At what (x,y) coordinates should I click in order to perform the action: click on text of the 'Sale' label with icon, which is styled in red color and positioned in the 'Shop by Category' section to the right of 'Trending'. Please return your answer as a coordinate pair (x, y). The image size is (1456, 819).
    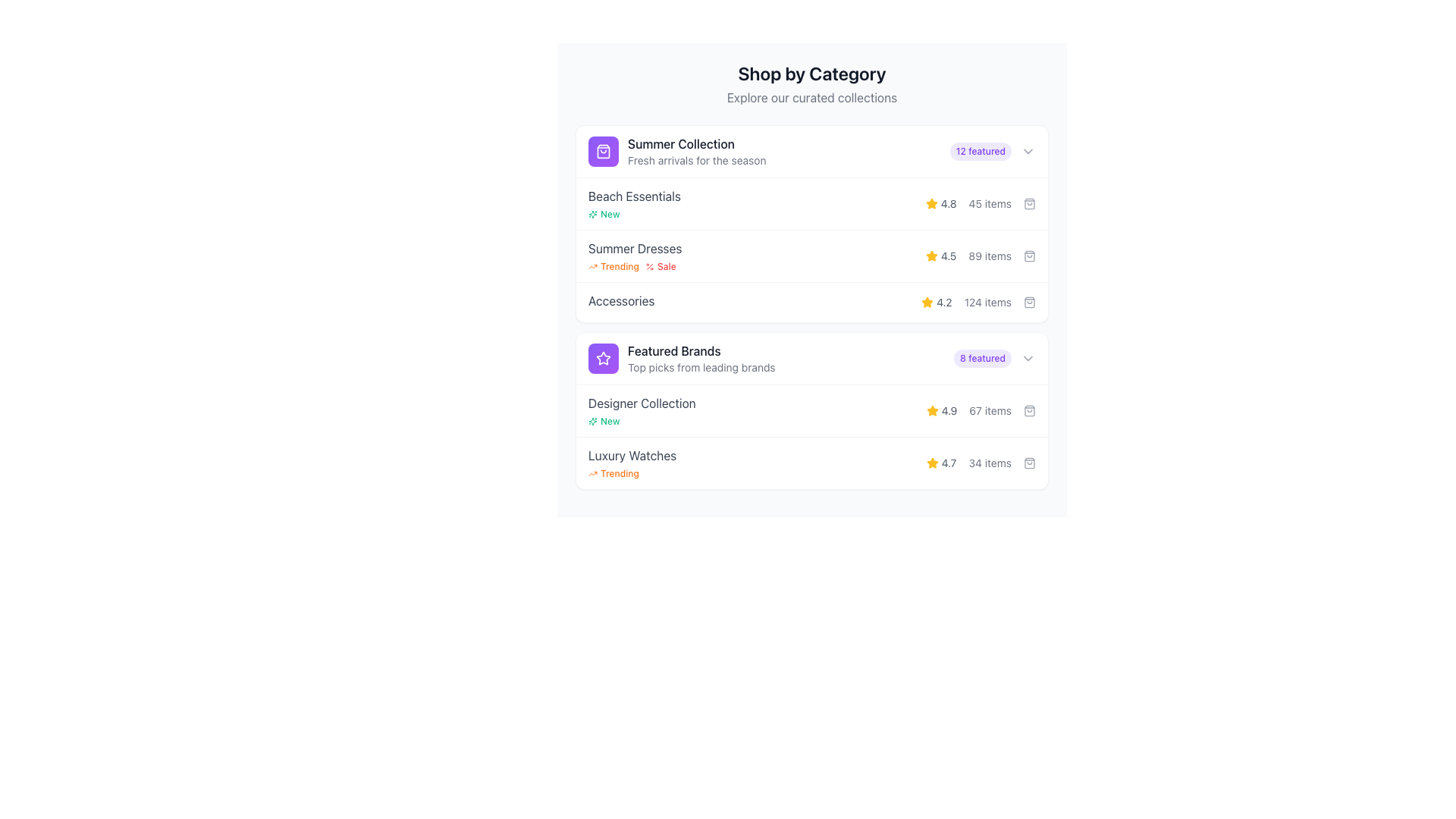
    Looking at the image, I should click on (661, 265).